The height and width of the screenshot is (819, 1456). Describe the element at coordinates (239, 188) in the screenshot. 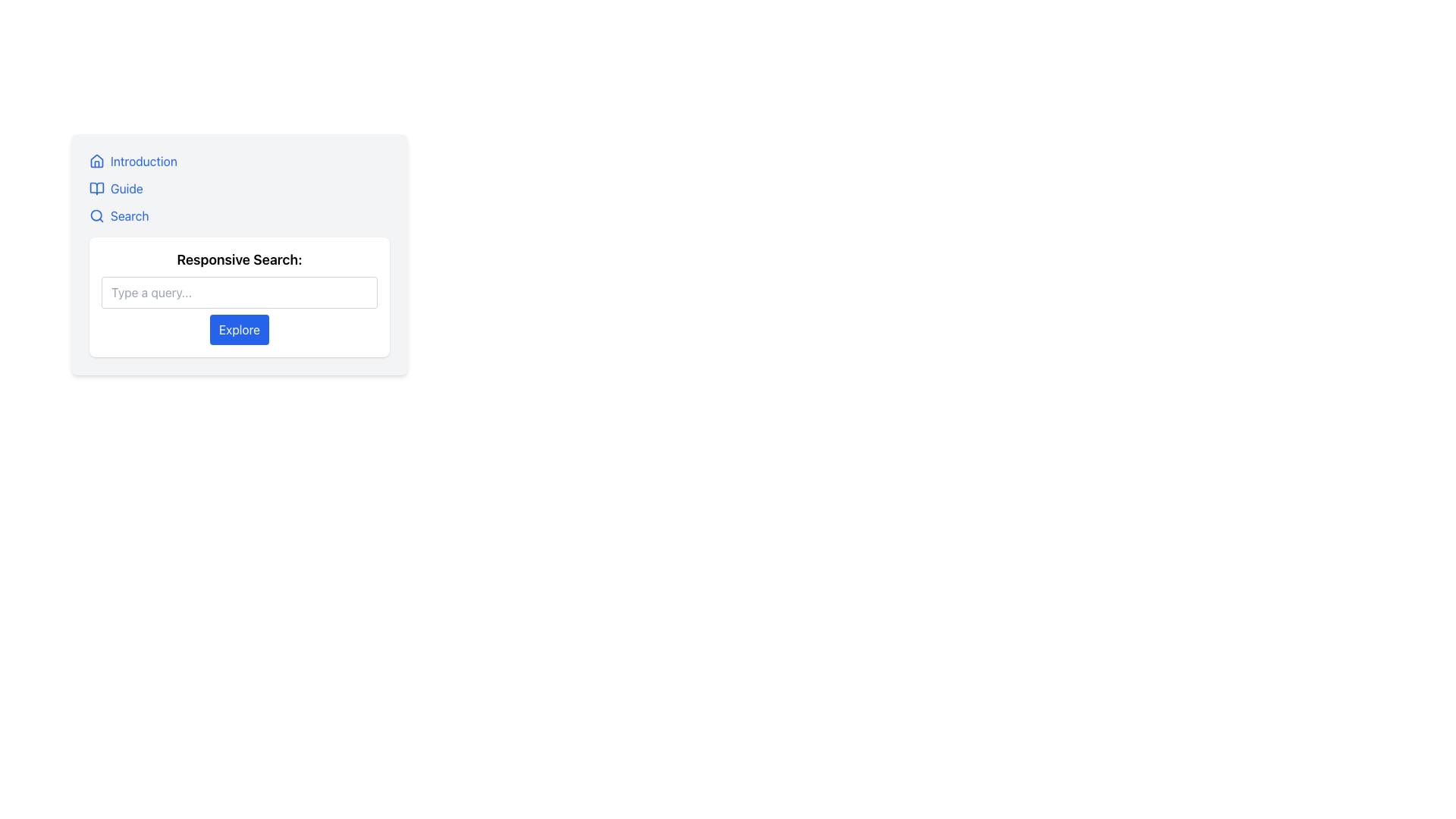

I see `the navigation link titled 'Guide', which is the second option in a vertical list of three entries, positioned below 'Introduction' and above 'Search', to provide visual feedback` at that location.